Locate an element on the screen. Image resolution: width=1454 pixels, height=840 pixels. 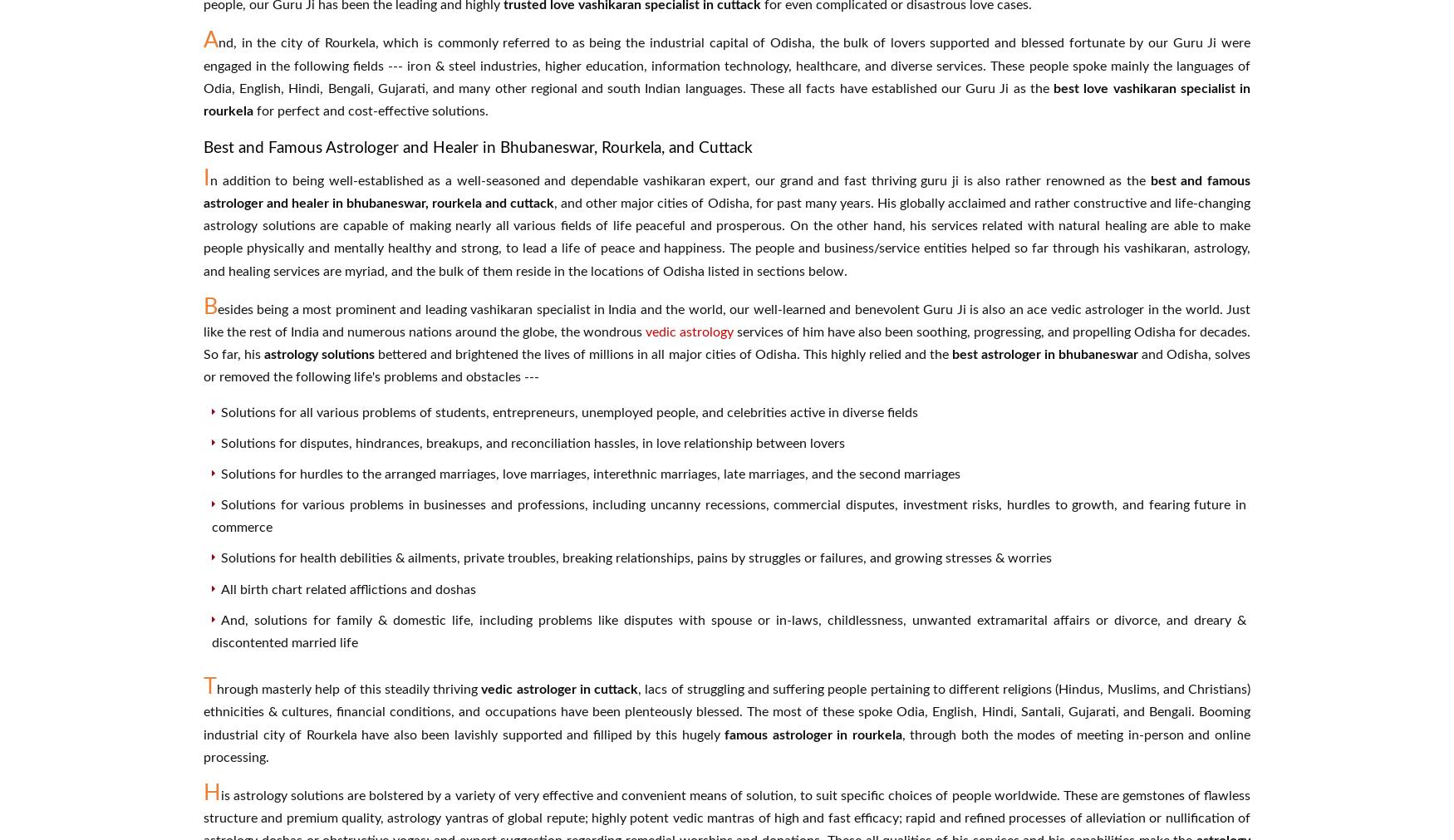
'vedic astrology' is located at coordinates (690, 331).